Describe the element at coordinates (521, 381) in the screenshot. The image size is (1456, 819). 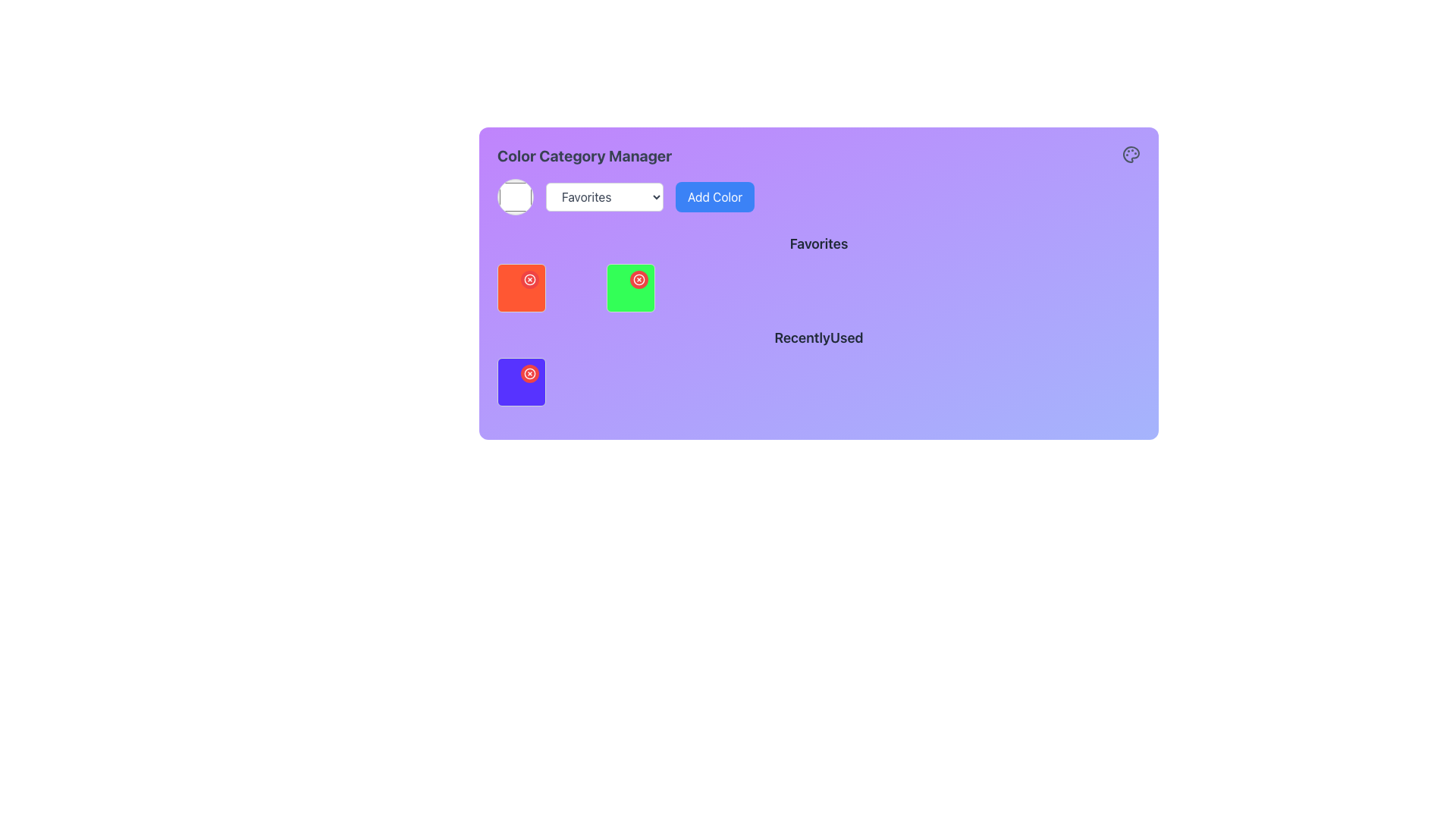
I see `the embedded interactive button located in the top-right corner of the square selection box` at that location.